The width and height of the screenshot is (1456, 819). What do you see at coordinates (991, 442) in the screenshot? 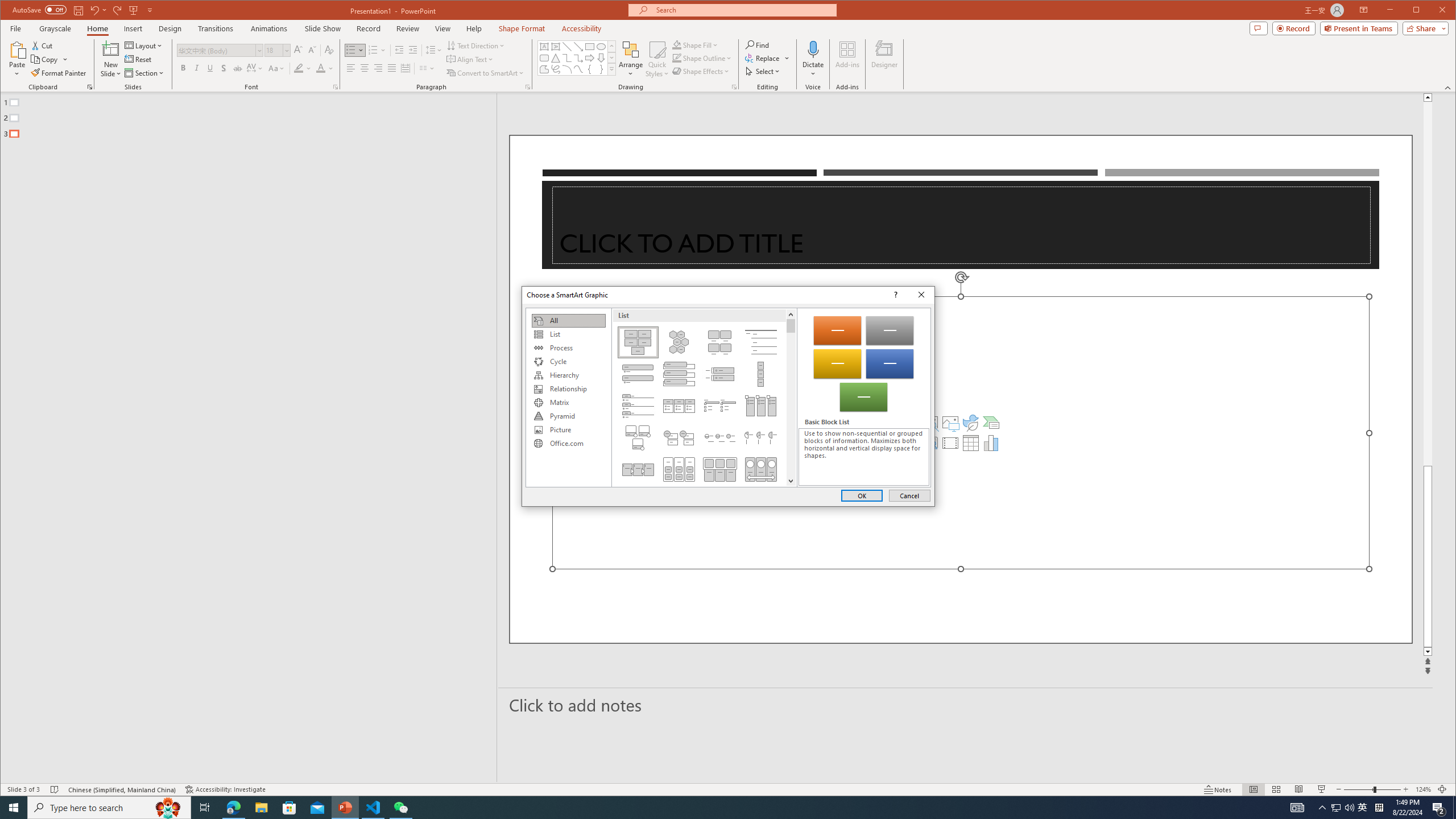
I see `'Insert Chart'` at bounding box center [991, 442].